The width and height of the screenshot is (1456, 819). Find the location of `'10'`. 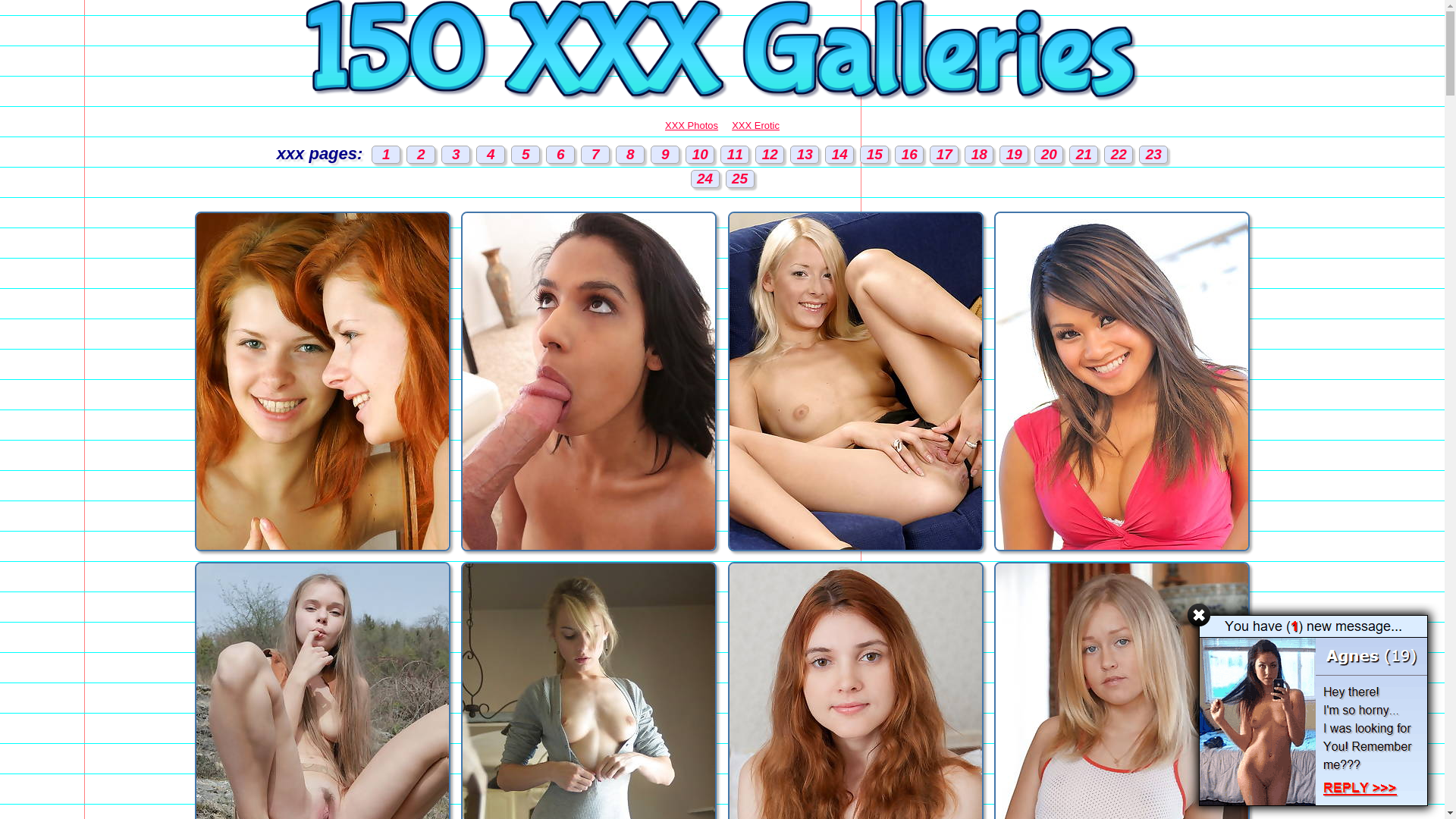

'10' is located at coordinates (684, 155).